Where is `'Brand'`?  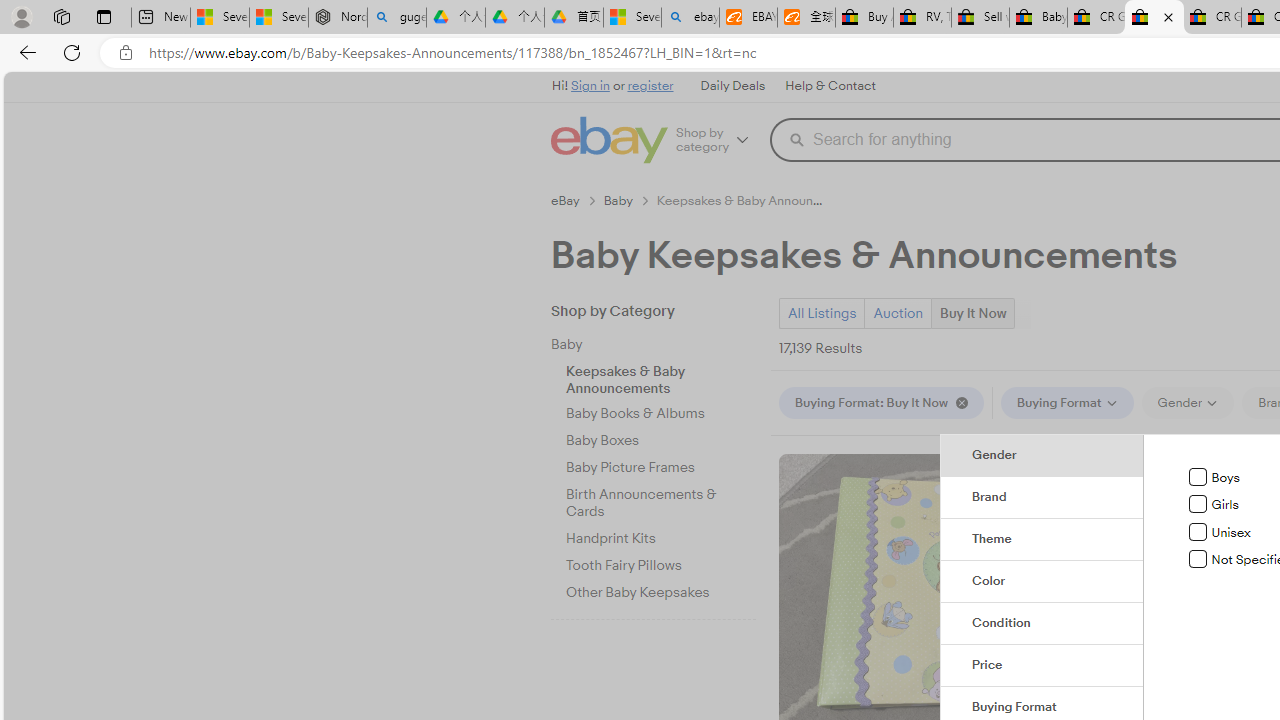 'Brand' is located at coordinates (1041, 496).